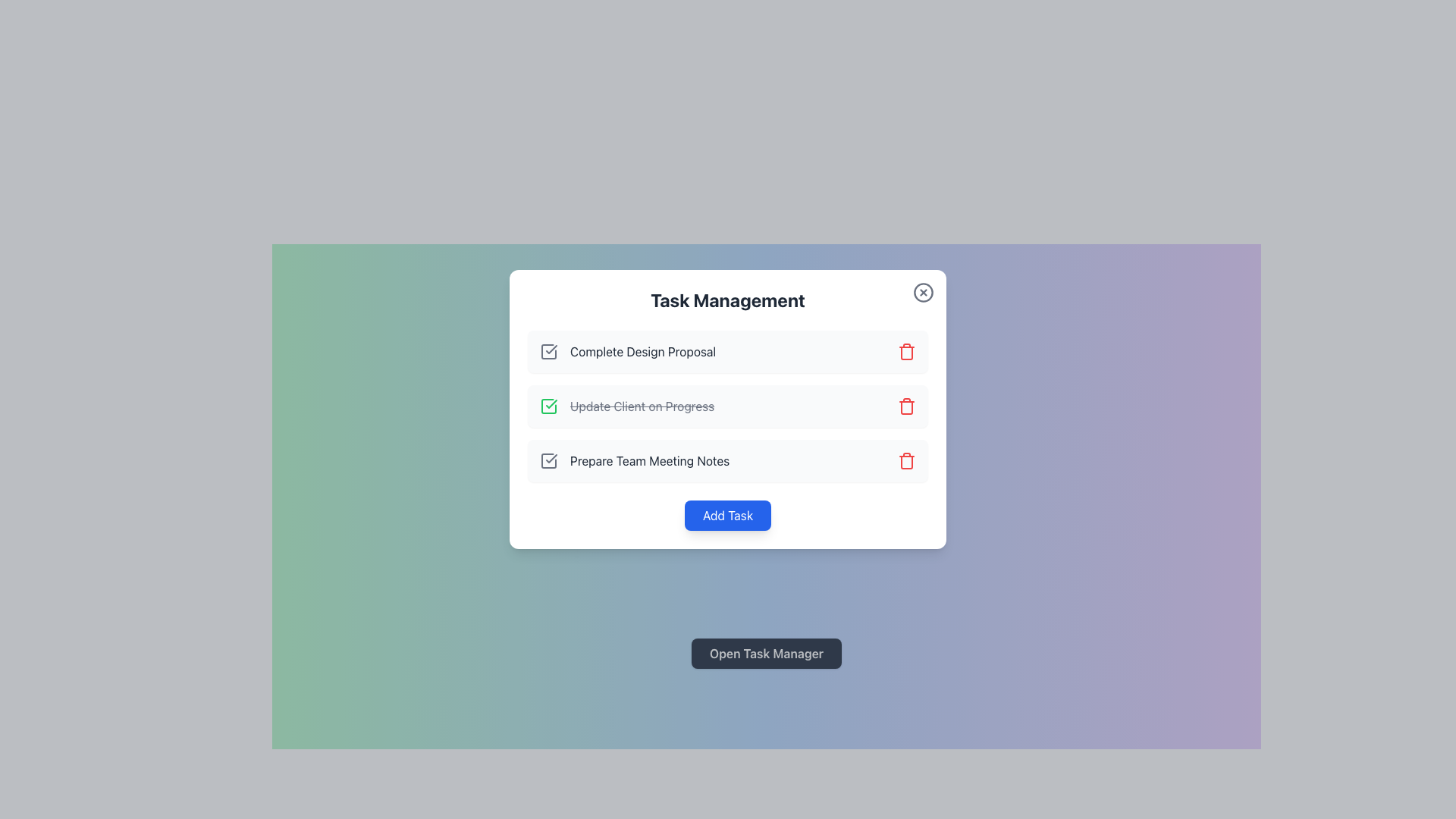  What do you see at coordinates (548, 406) in the screenshot?
I see `the completion status icon located to the left of the 'Update Client on Progress' text for visual feedback if interactive` at bounding box center [548, 406].